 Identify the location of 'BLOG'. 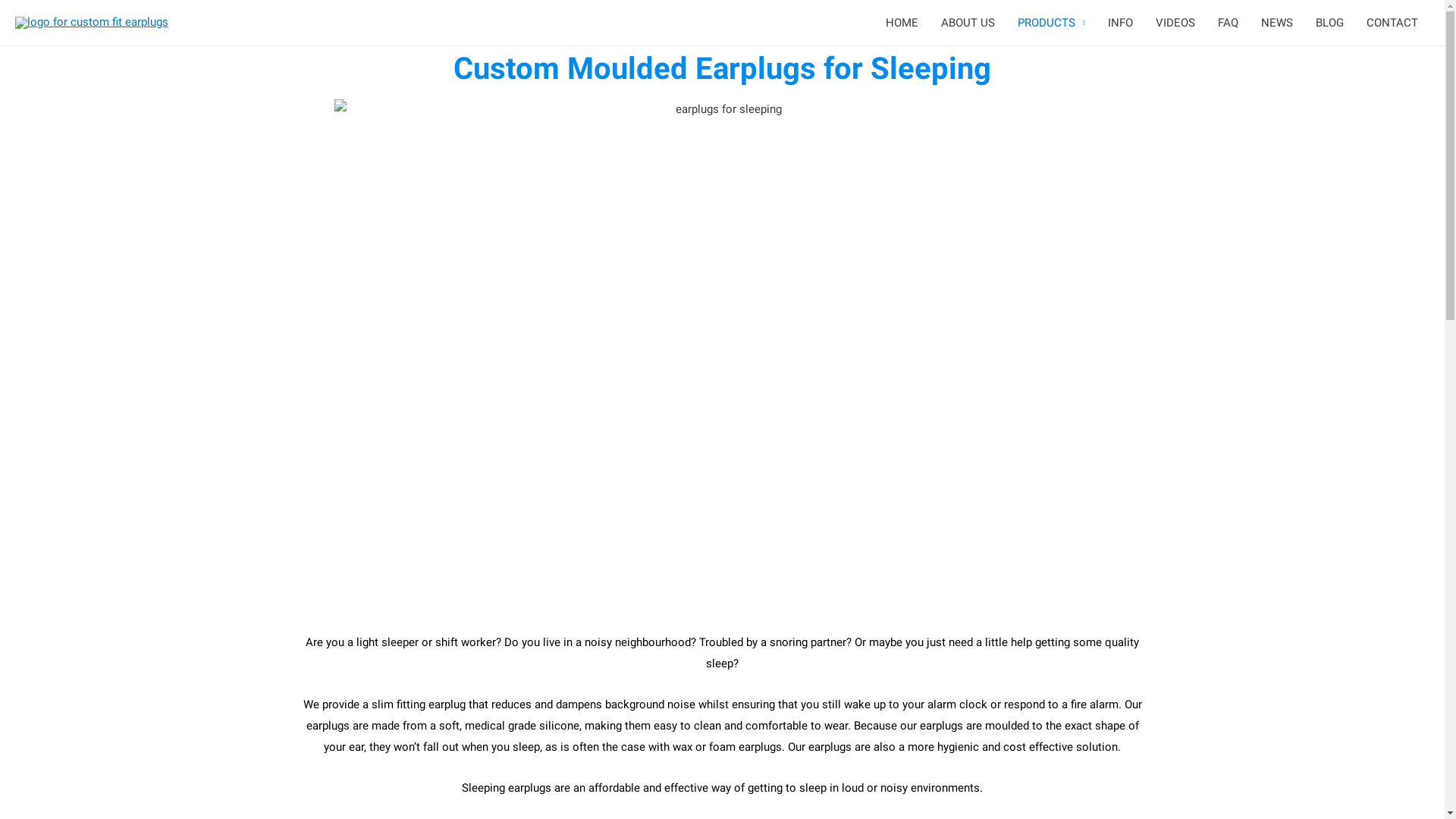
(1329, 23).